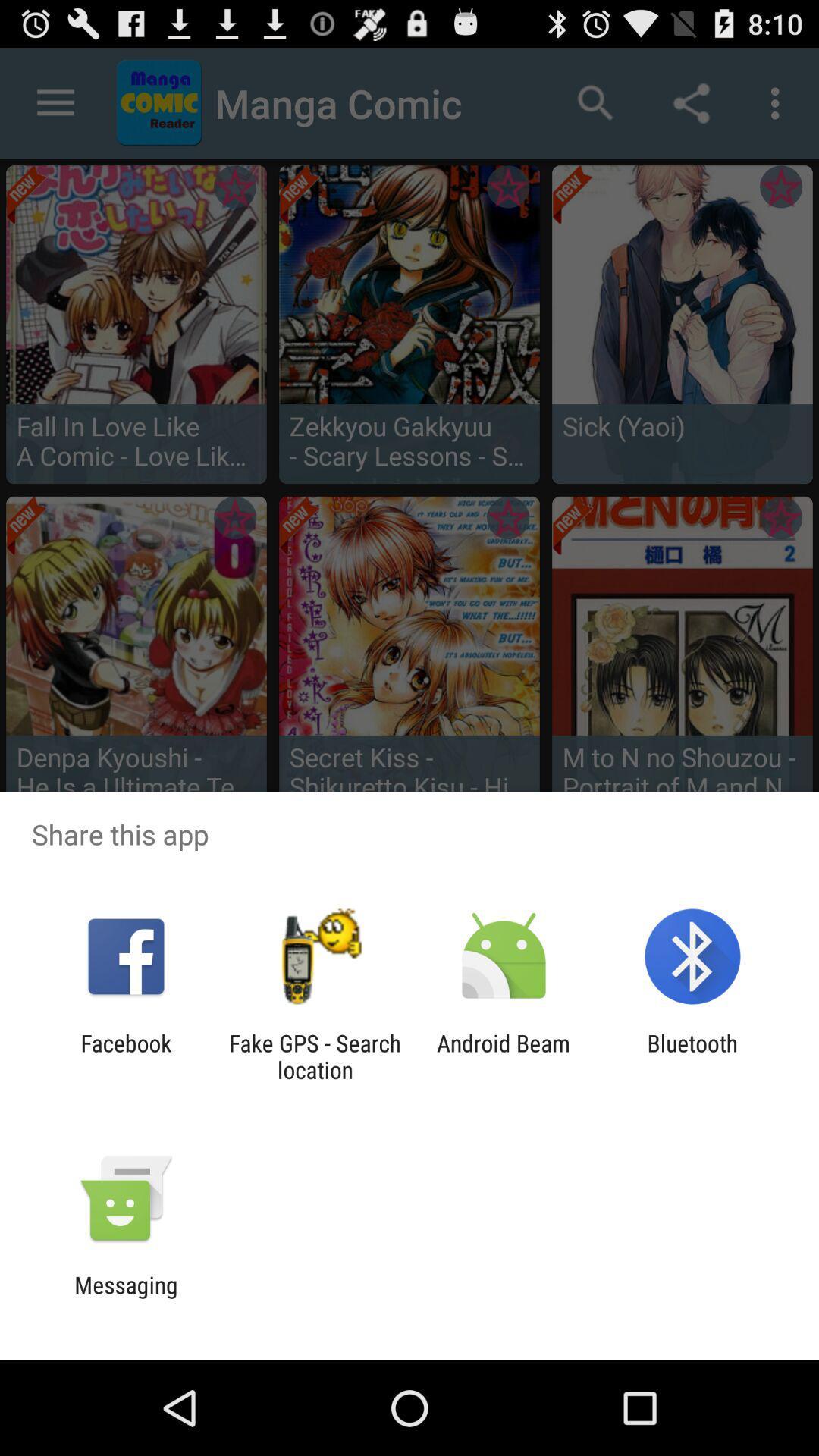  What do you see at coordinates (692, 1056) in the screenshot?
I see `bluetooth` at bounding box center [692, 1056].